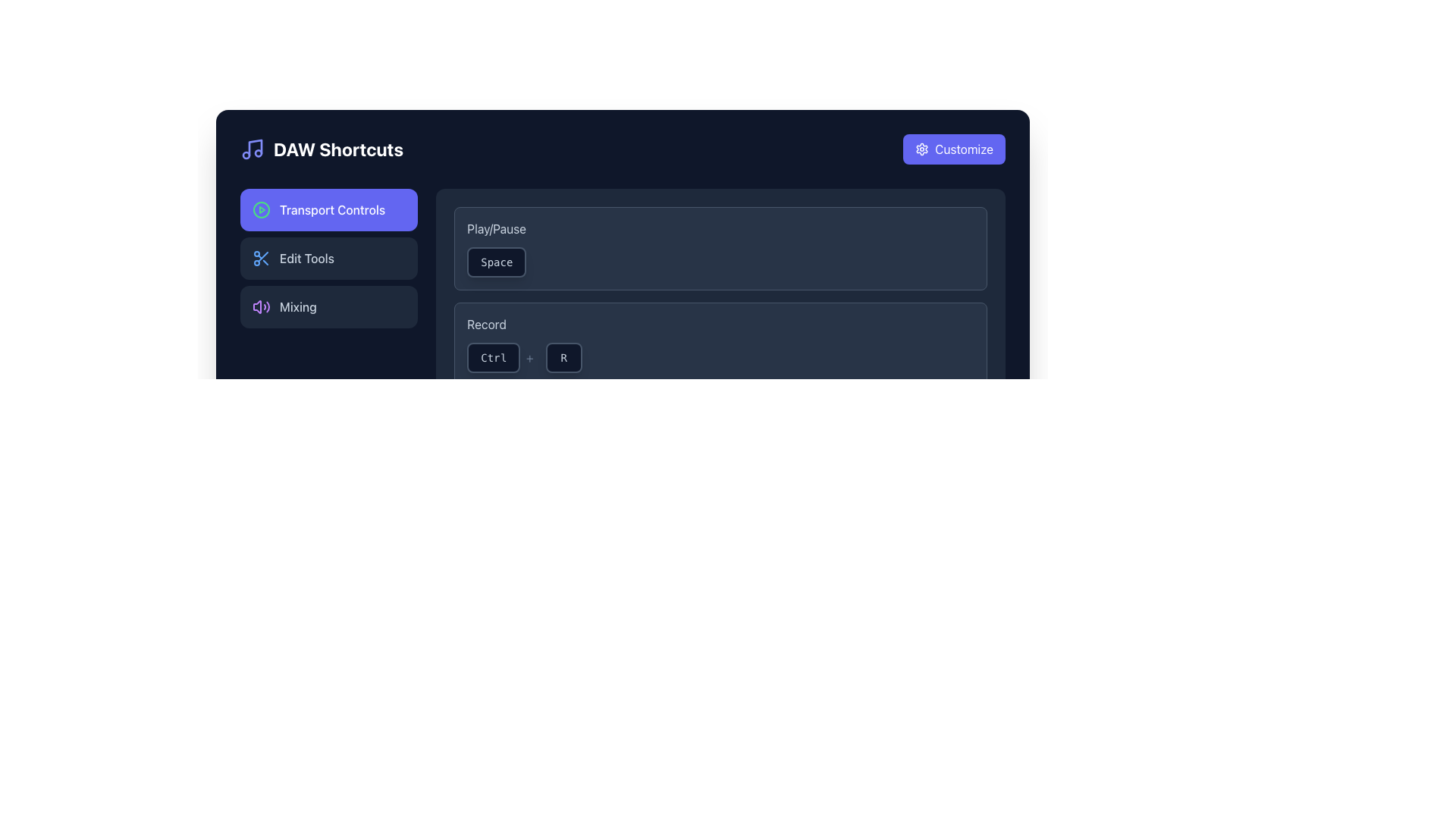 The width and height of the screenshot is (1456, 819). What do you see at coordinates (497, 262) in the screenshot?
I see `the 'Space' button in the 'Play/Pause' section` at bounding box center [497, 262].